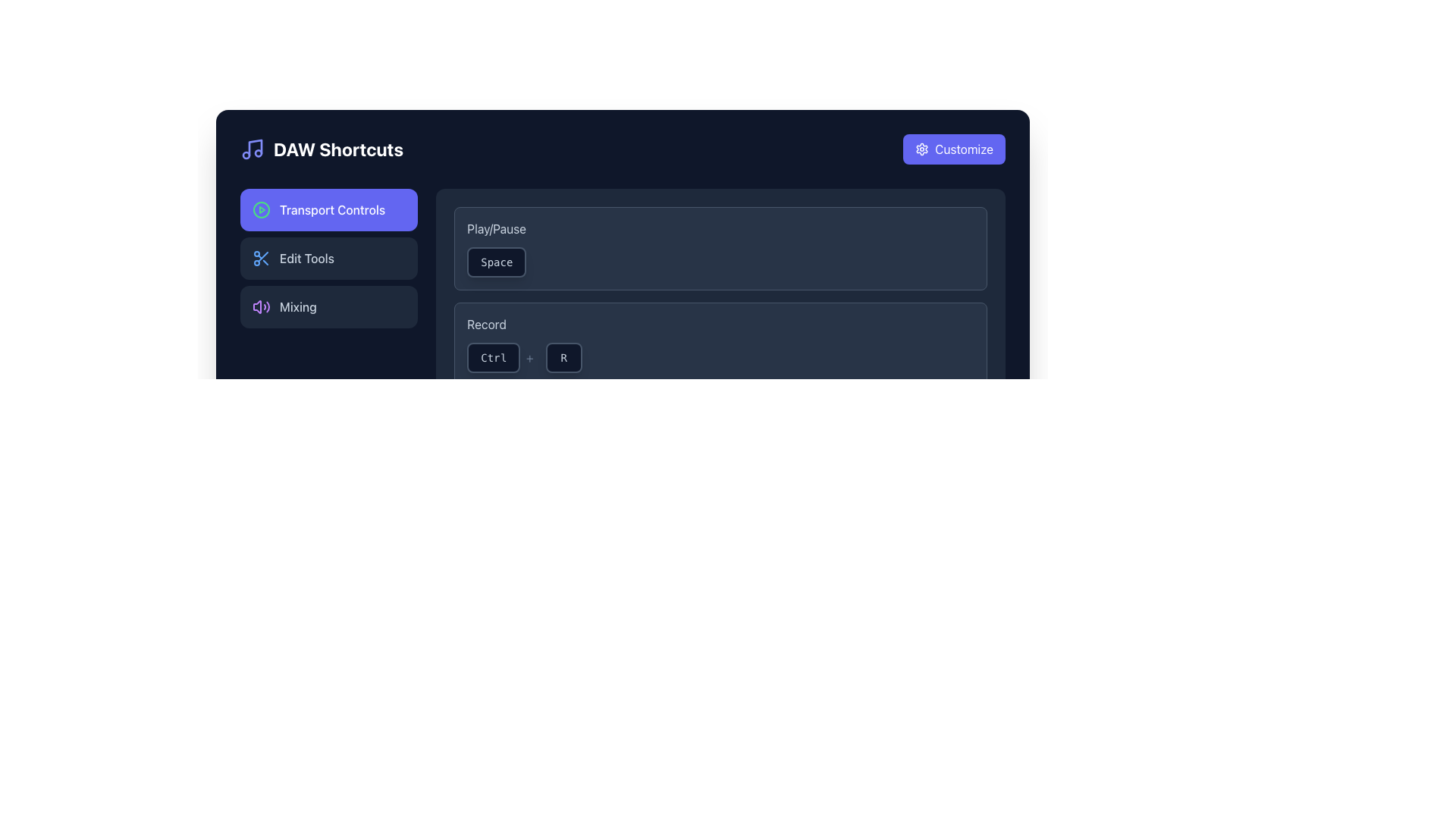 The width and height of the screenshot is (1456, 819). What do you see at coordinates (497, 262) in the screenshot?
I see `the 'Space' button in the 'Play/Pause' section` at bounding box center [497, 262].